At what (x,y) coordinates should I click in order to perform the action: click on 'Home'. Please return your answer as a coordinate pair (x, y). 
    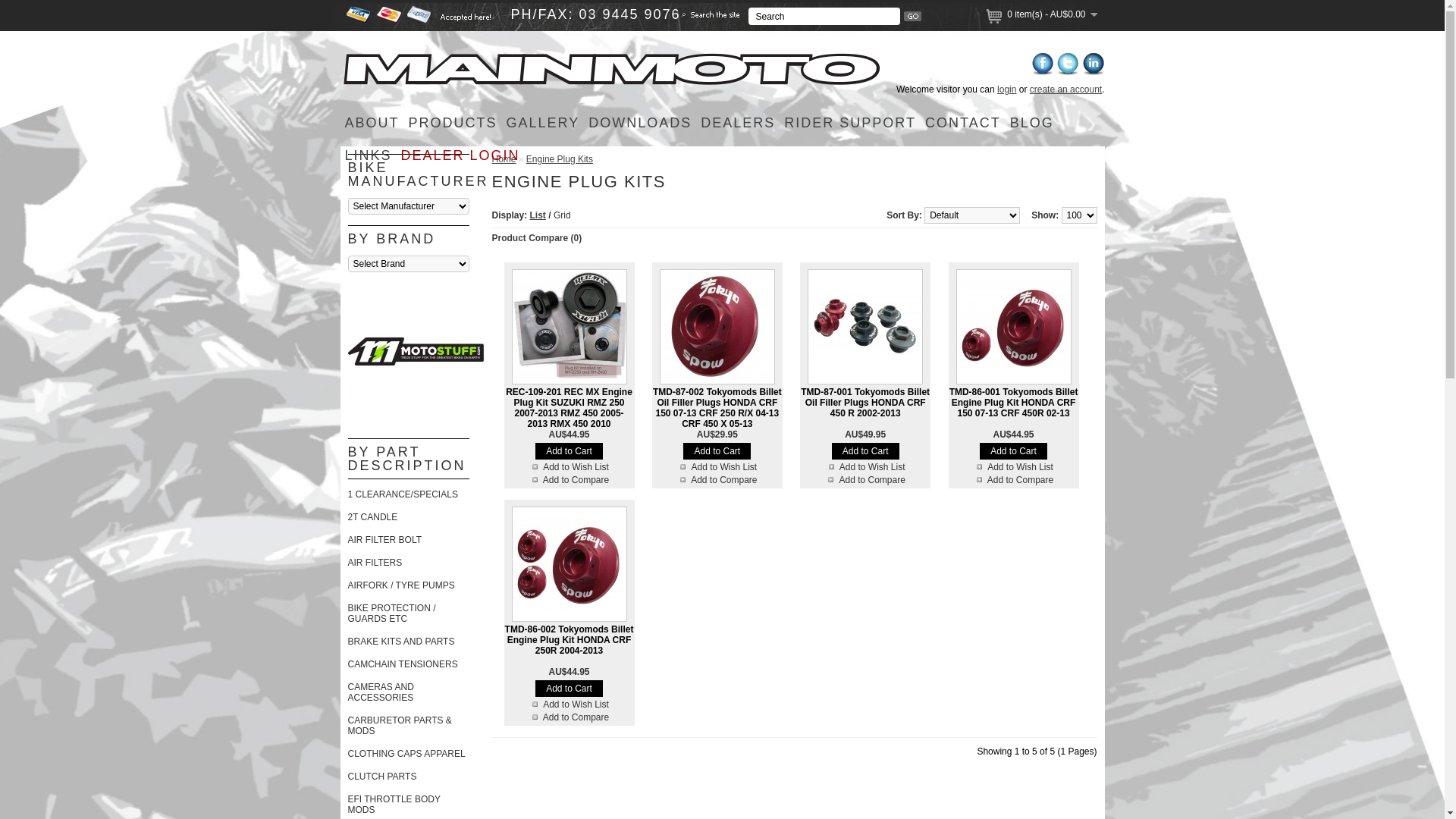
    Looking at the image, I should click on (503, 158).